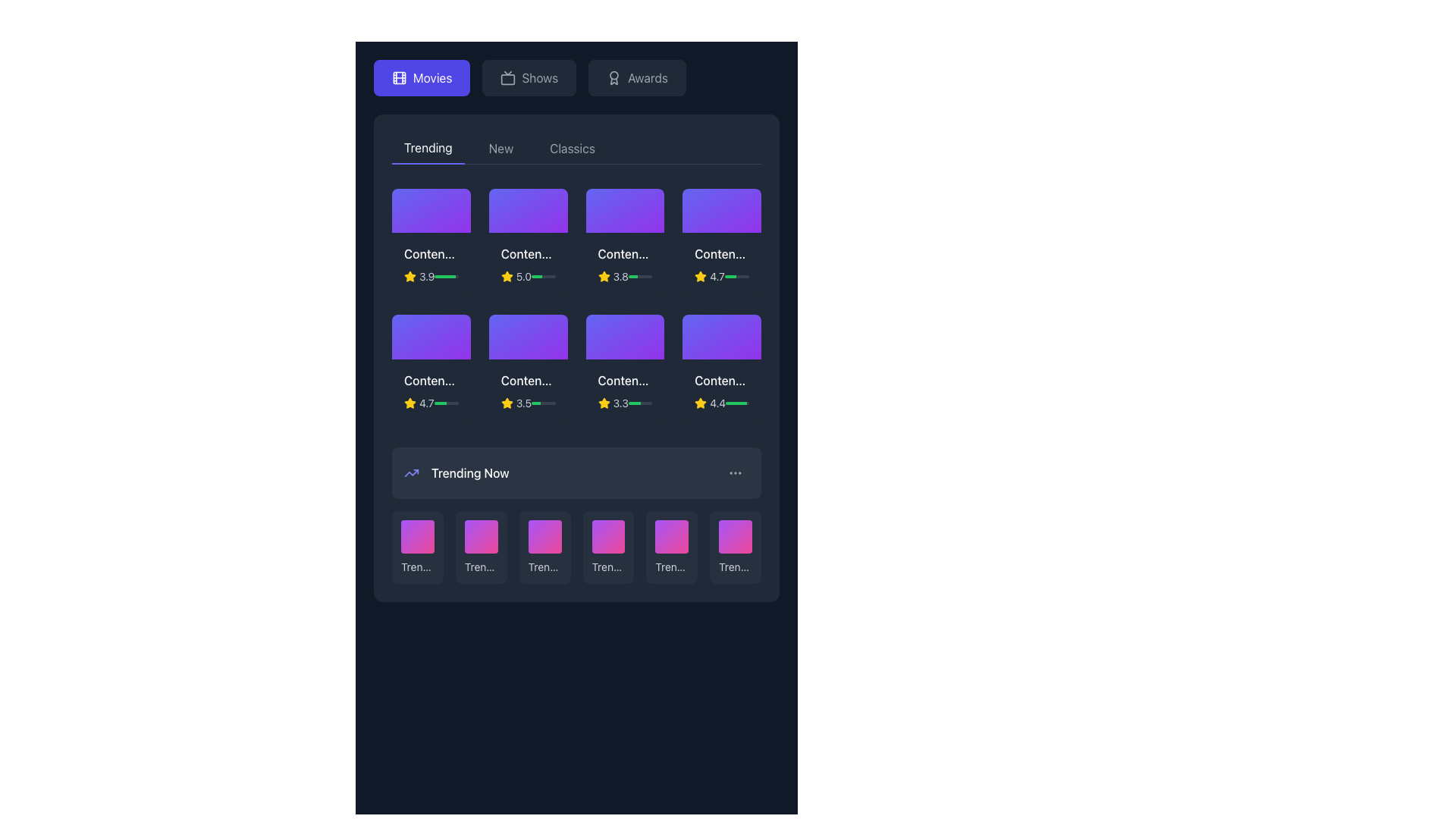 Image resolution: width=1456 pixels, height=819 pixels. I want to click on the grid component displaying trending items located at the bottom of the interface using keyboard navigation, so click(576, 547).